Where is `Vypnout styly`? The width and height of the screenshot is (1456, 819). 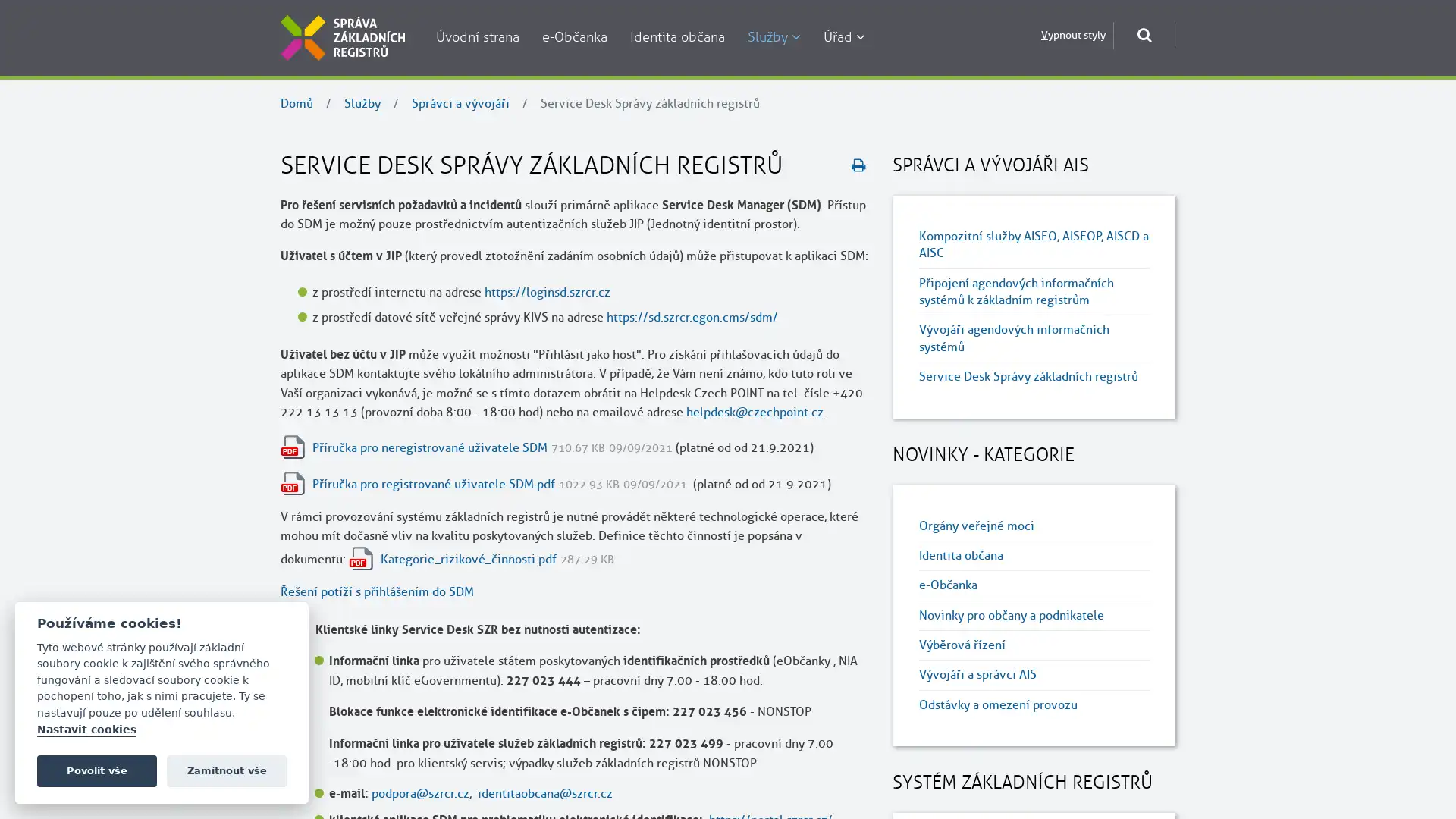 Vypnout styly is located at coordinates (1072, 34).